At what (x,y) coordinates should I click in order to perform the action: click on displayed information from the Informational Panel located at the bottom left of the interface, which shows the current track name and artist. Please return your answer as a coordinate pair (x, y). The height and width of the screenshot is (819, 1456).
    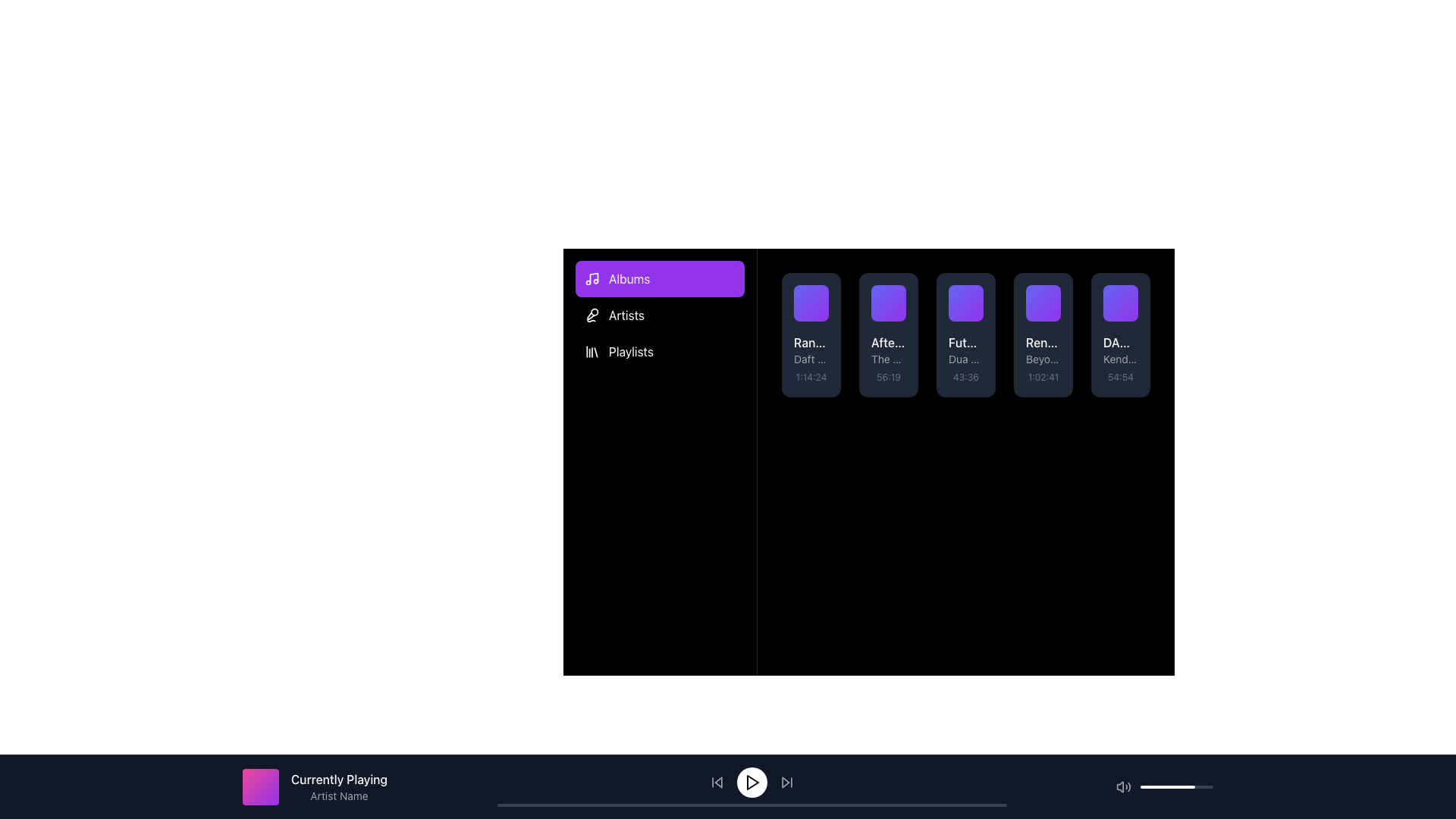
    Looking at the image, I should click on (314, 786).